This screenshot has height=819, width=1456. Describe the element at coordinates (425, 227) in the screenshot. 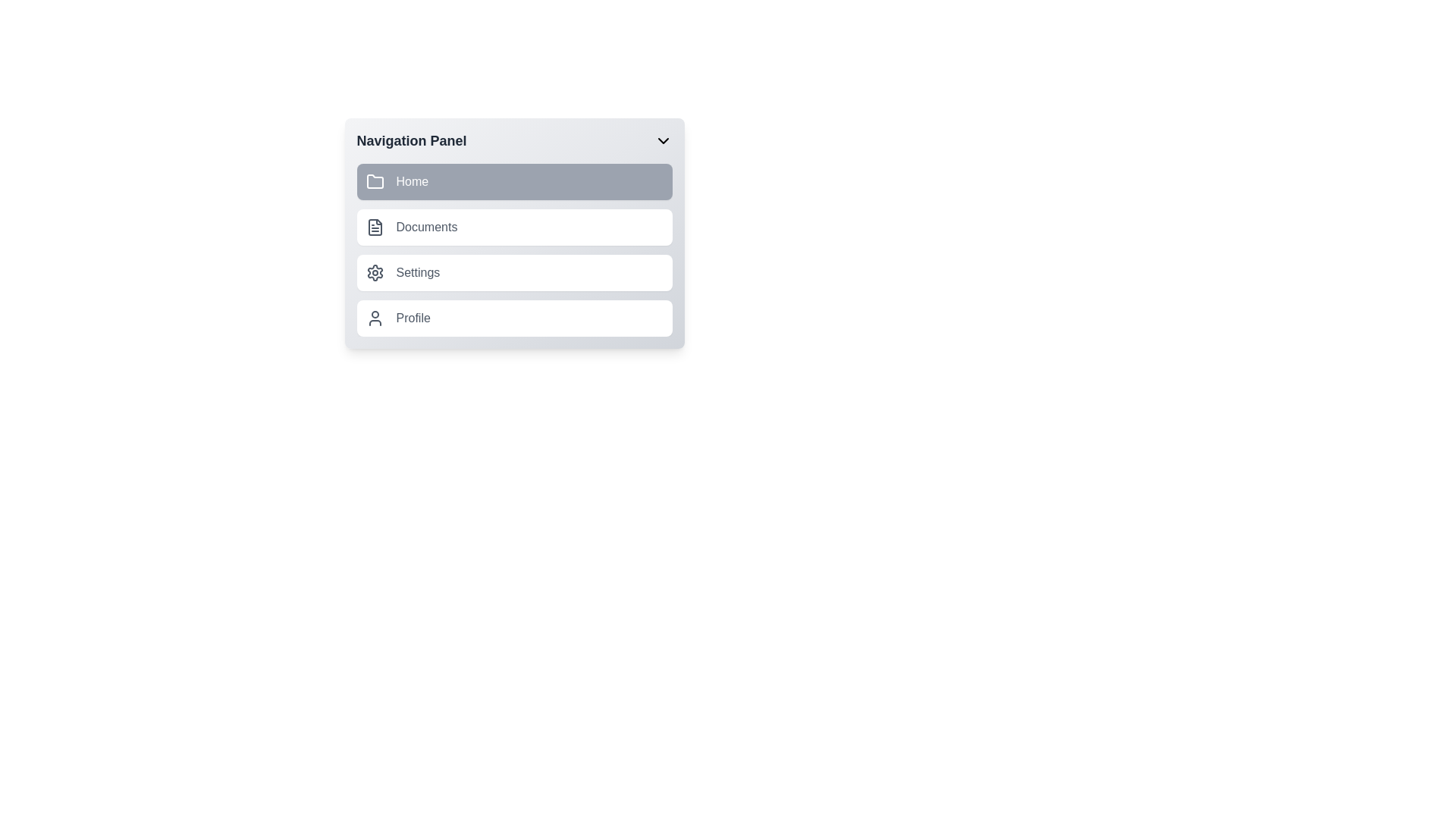

I see `the 'Documents' text label in the navigation panel for potential visual feedback` at that location.